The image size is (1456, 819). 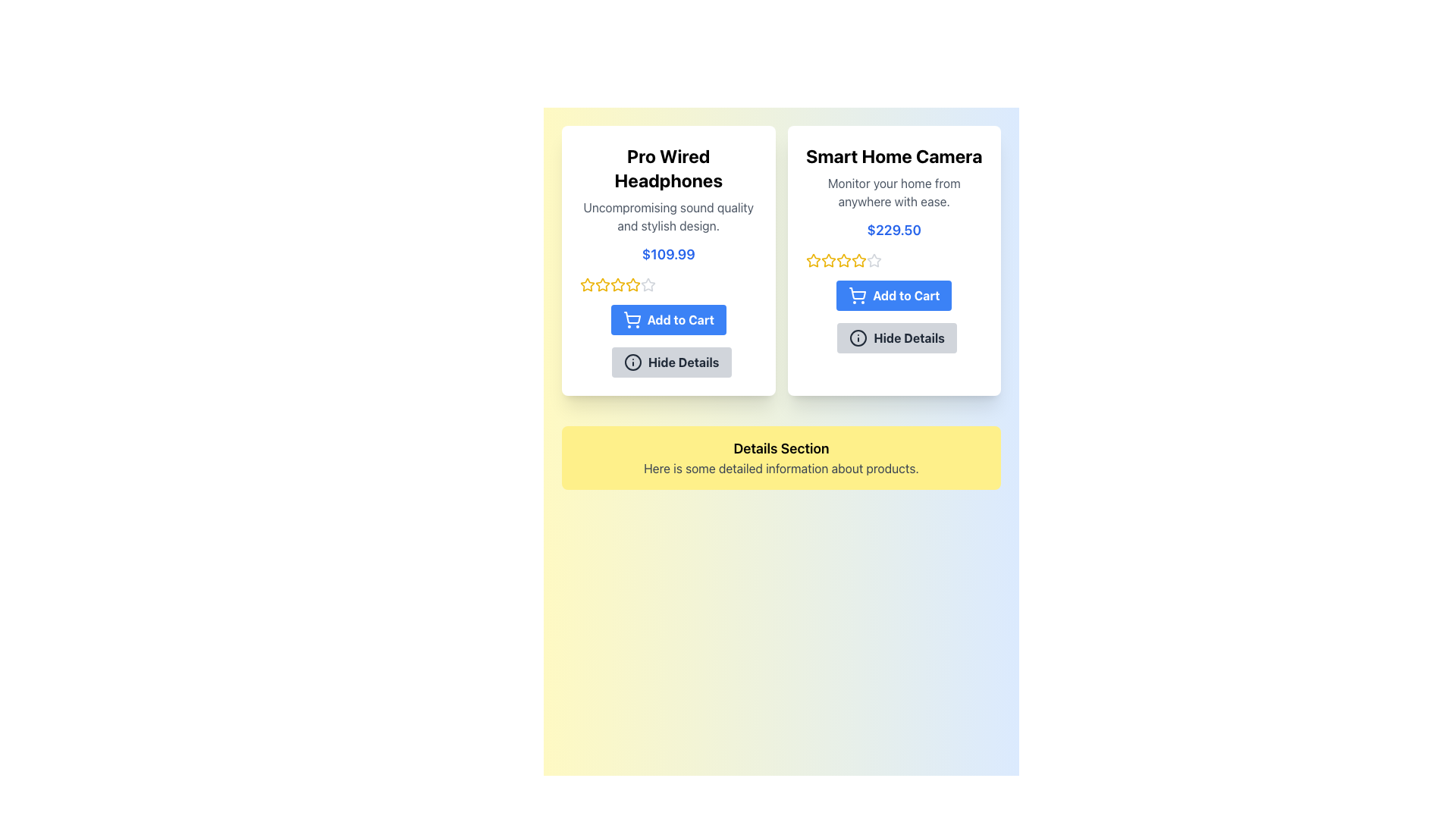 What do you see at coordinates (874, 259) in the screenshot?
I see `the fifth star icon below the title 'Smart Home Camera'` at bounding box center [874, 259].